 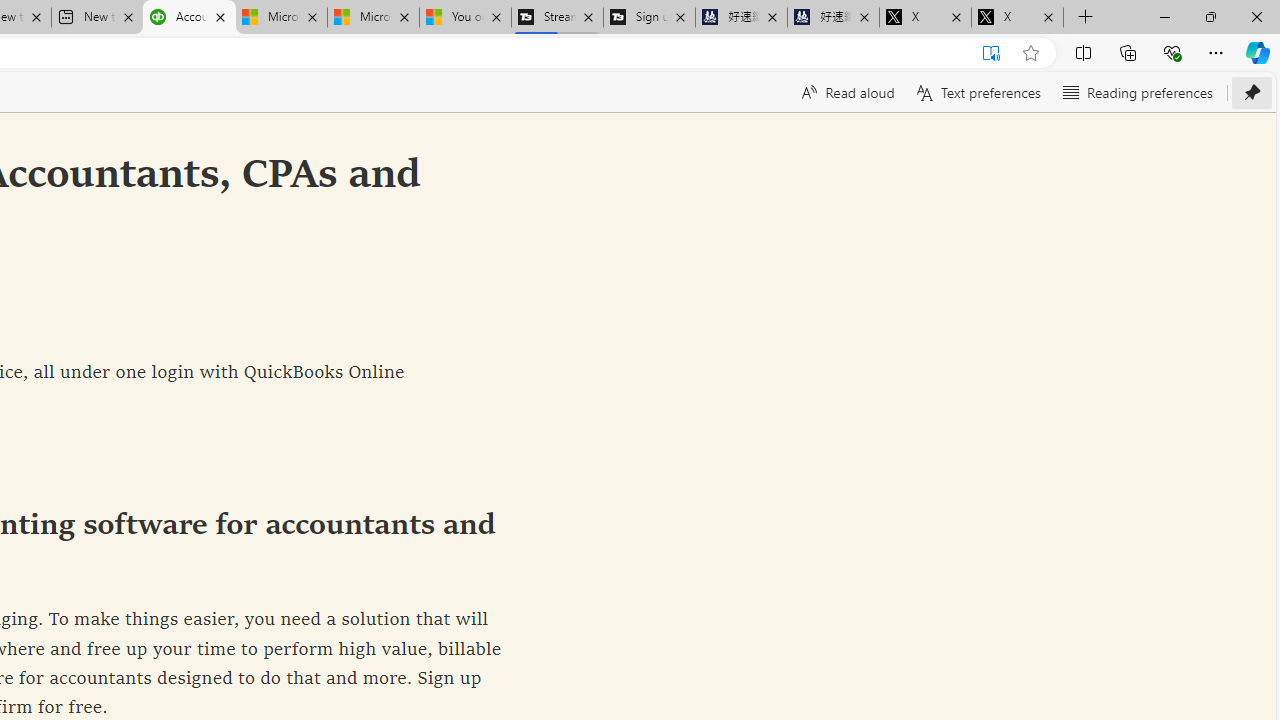 What do you see at coordinates (846, 92) in the screenshot?
I see `'Read aloud'` at bounding box center [846, 92].